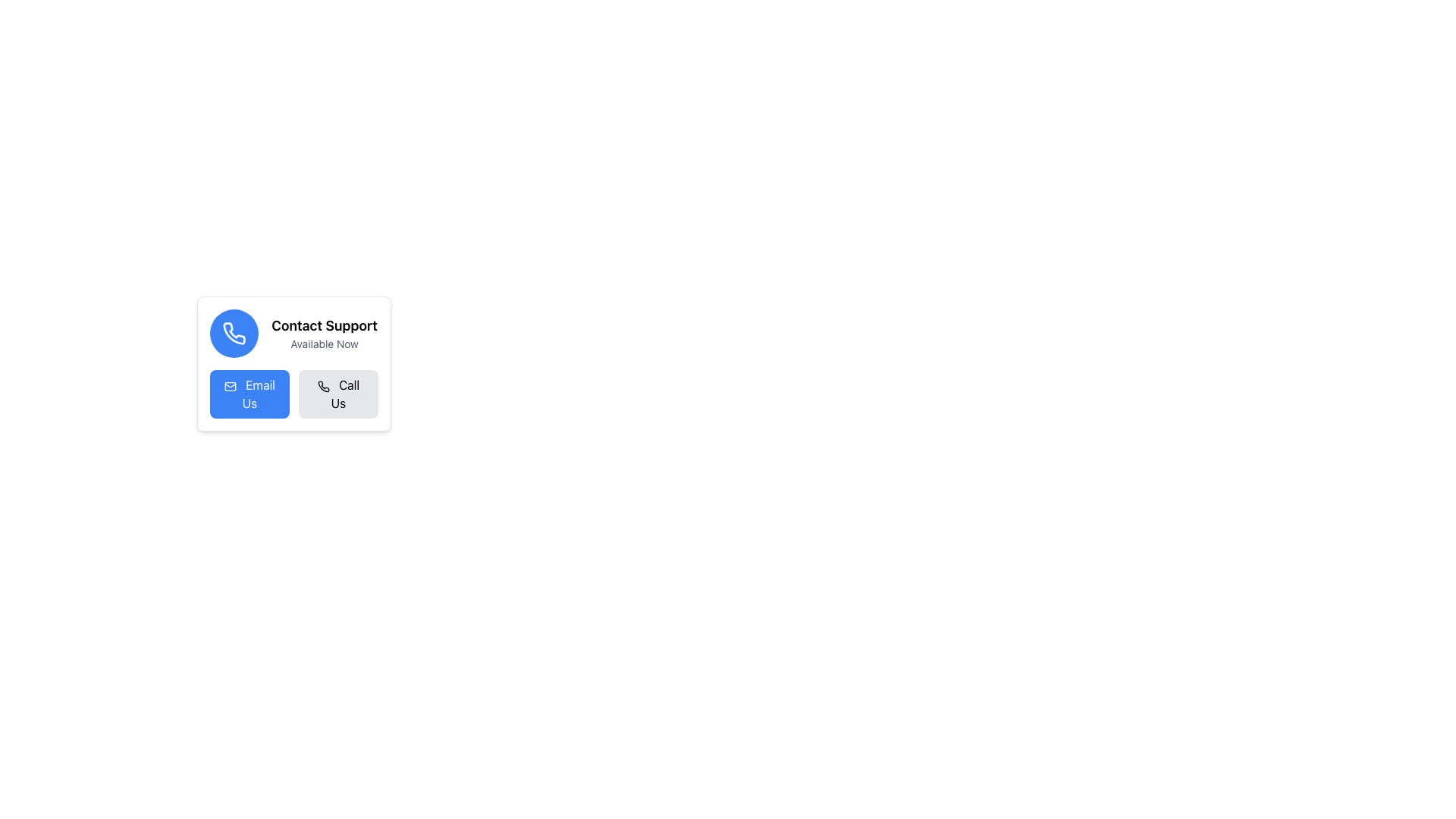 The image size is (1456, 819). What do you see at coordinates (323, 332) in the screenshot?
I see `the text label that displays information about contacting support, located above the 'Email Us' and 'Call Us' buttons, adjacent to a circular phone icon` at bounding box center [323, 332].